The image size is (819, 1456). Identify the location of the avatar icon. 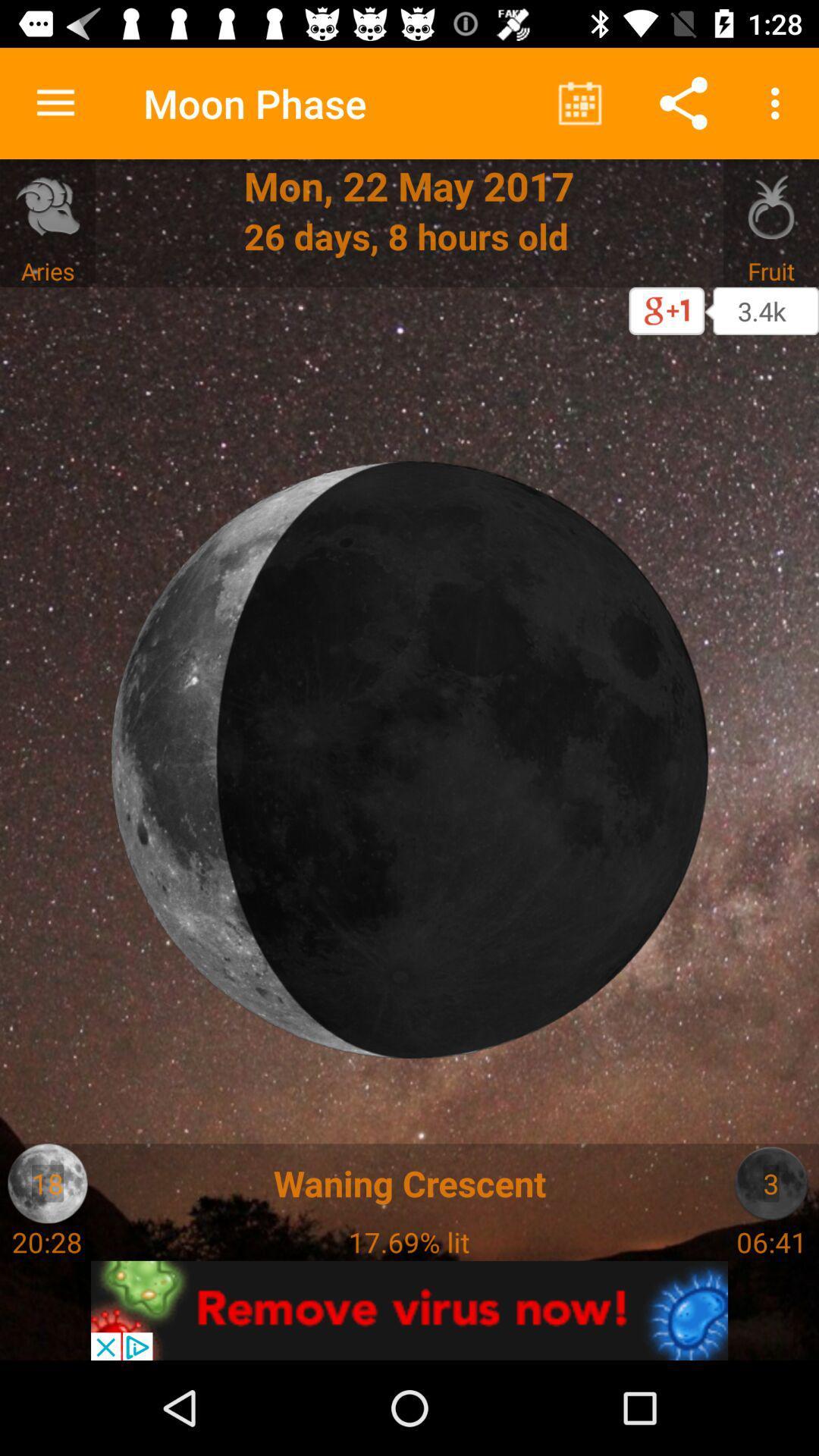
(46, 1182).